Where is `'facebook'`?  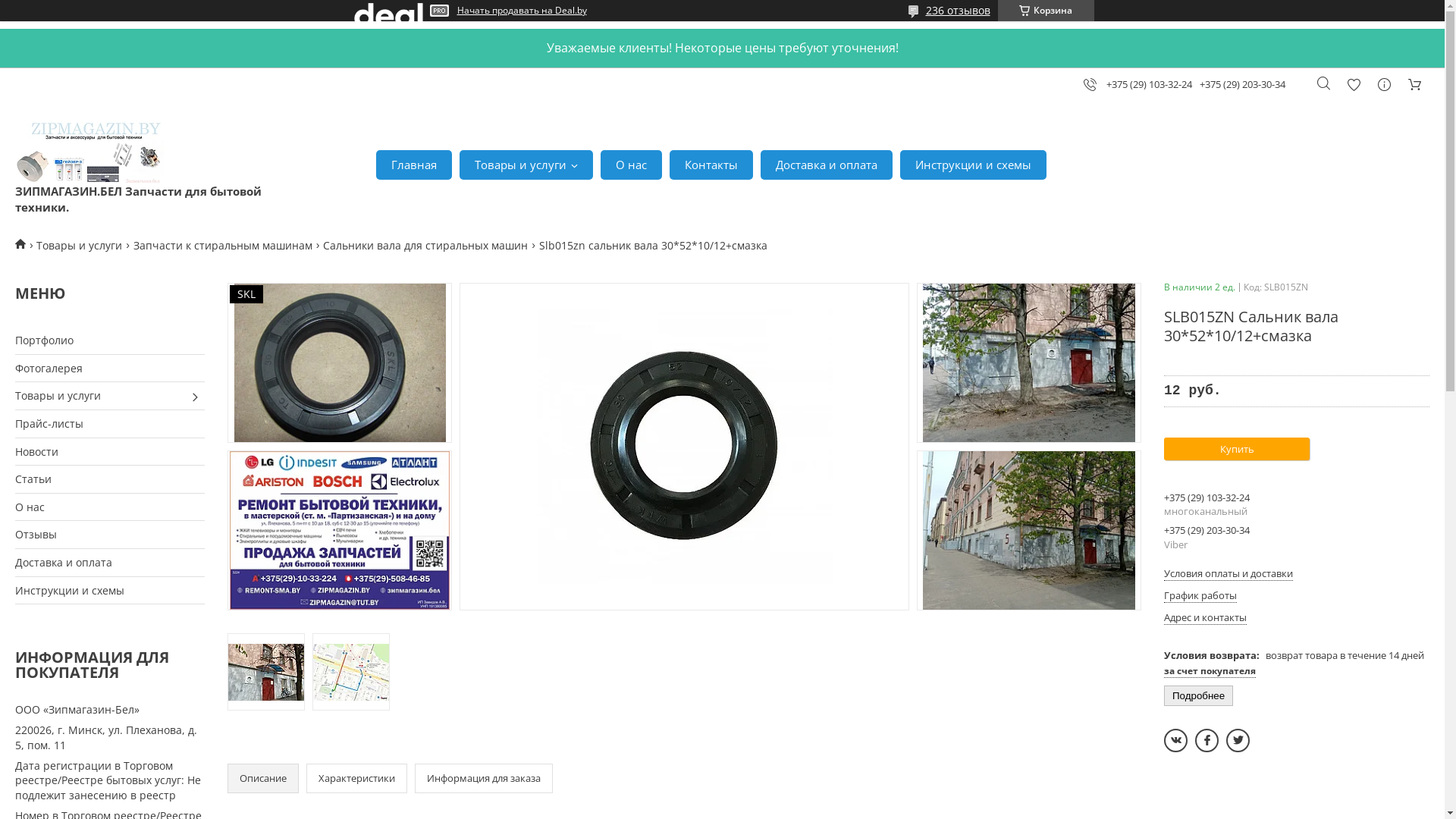 'facebook' is located at coordinates (1206, 739).